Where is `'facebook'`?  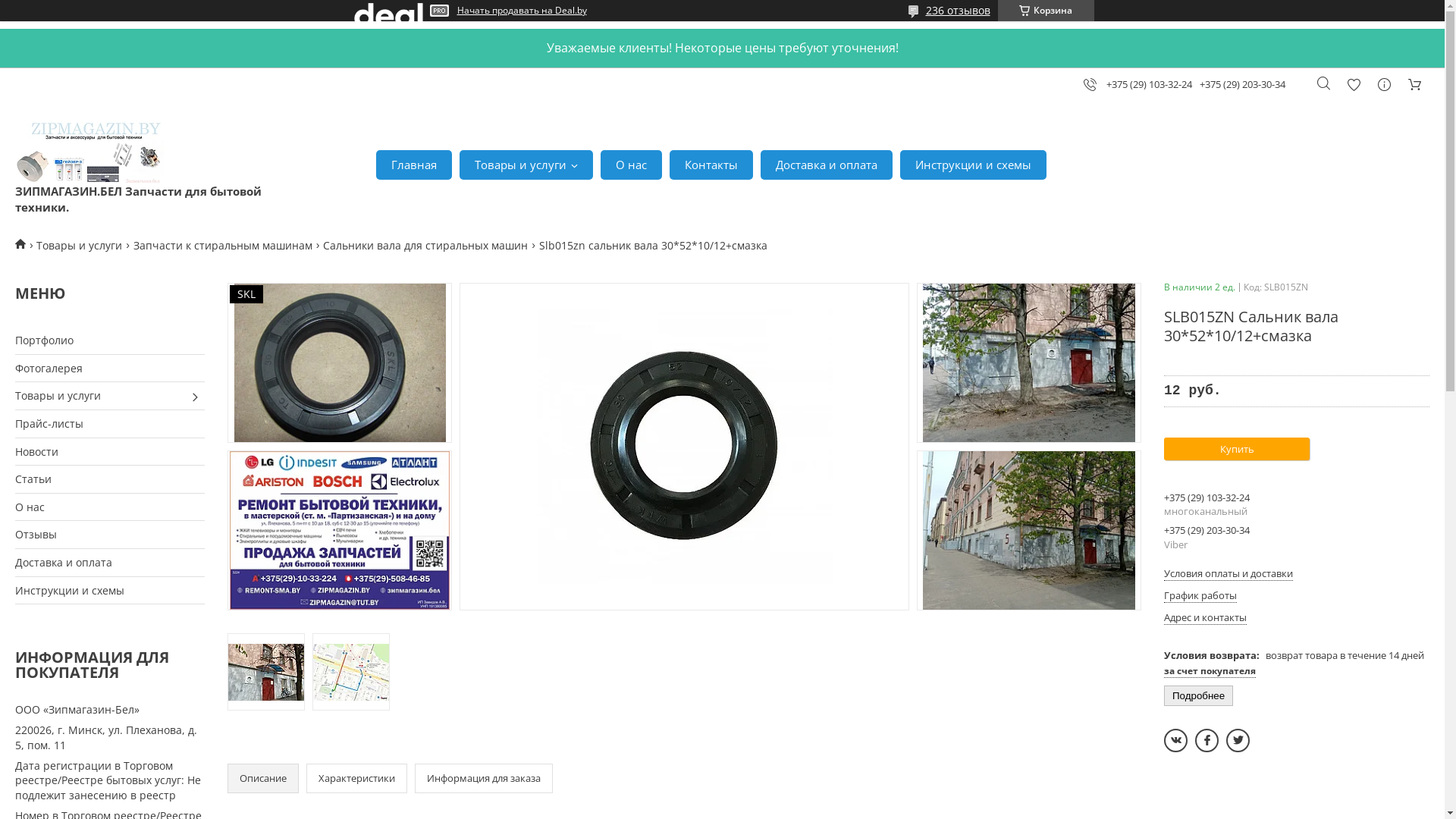 'facebook' is located at coordinates (1206, 739).